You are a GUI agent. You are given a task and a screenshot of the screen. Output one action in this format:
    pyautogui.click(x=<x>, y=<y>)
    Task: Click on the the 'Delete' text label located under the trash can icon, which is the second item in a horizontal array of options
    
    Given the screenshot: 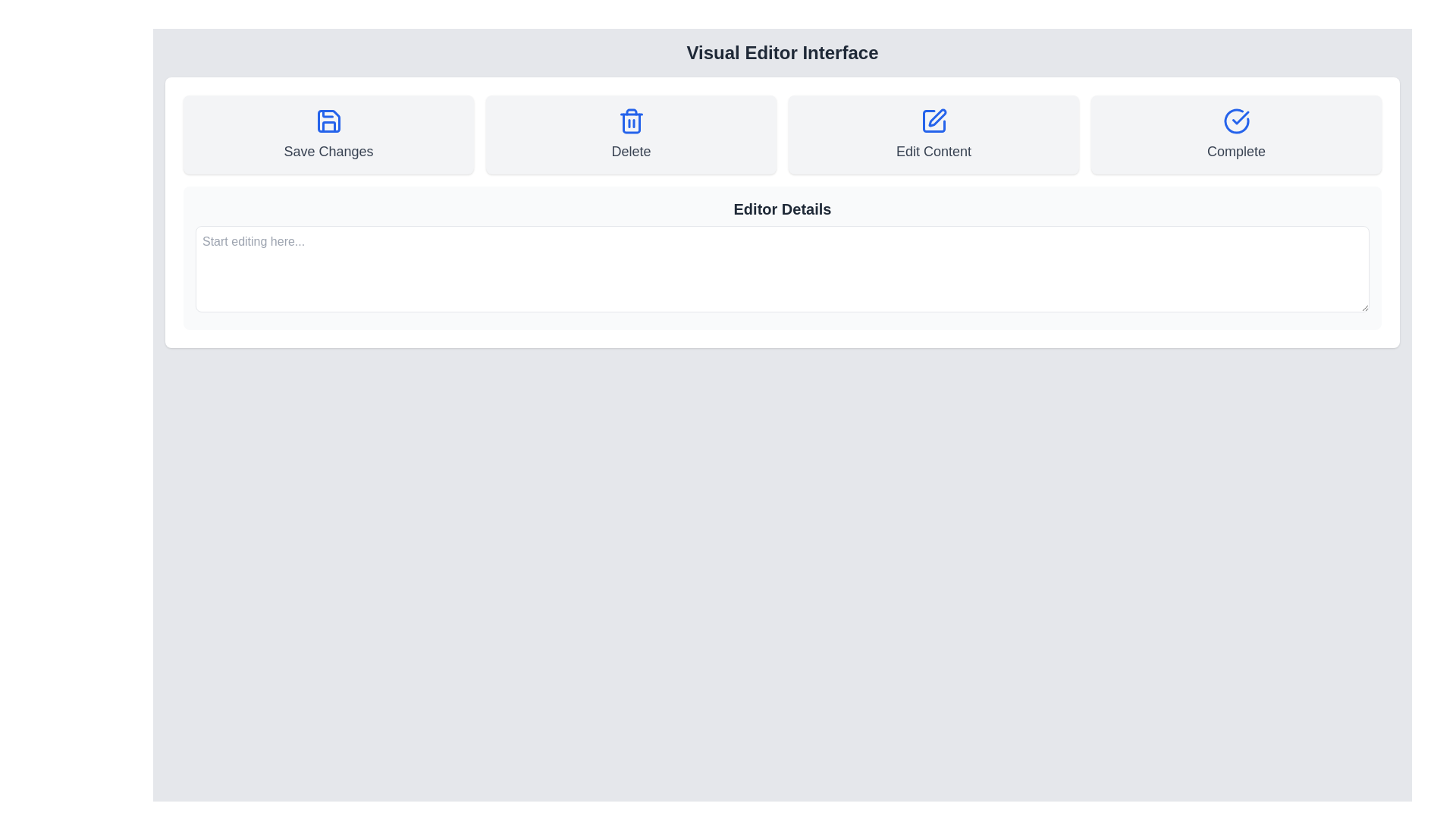 What is the action you would take?
    pyautogui.click(x=631, y=152)
    